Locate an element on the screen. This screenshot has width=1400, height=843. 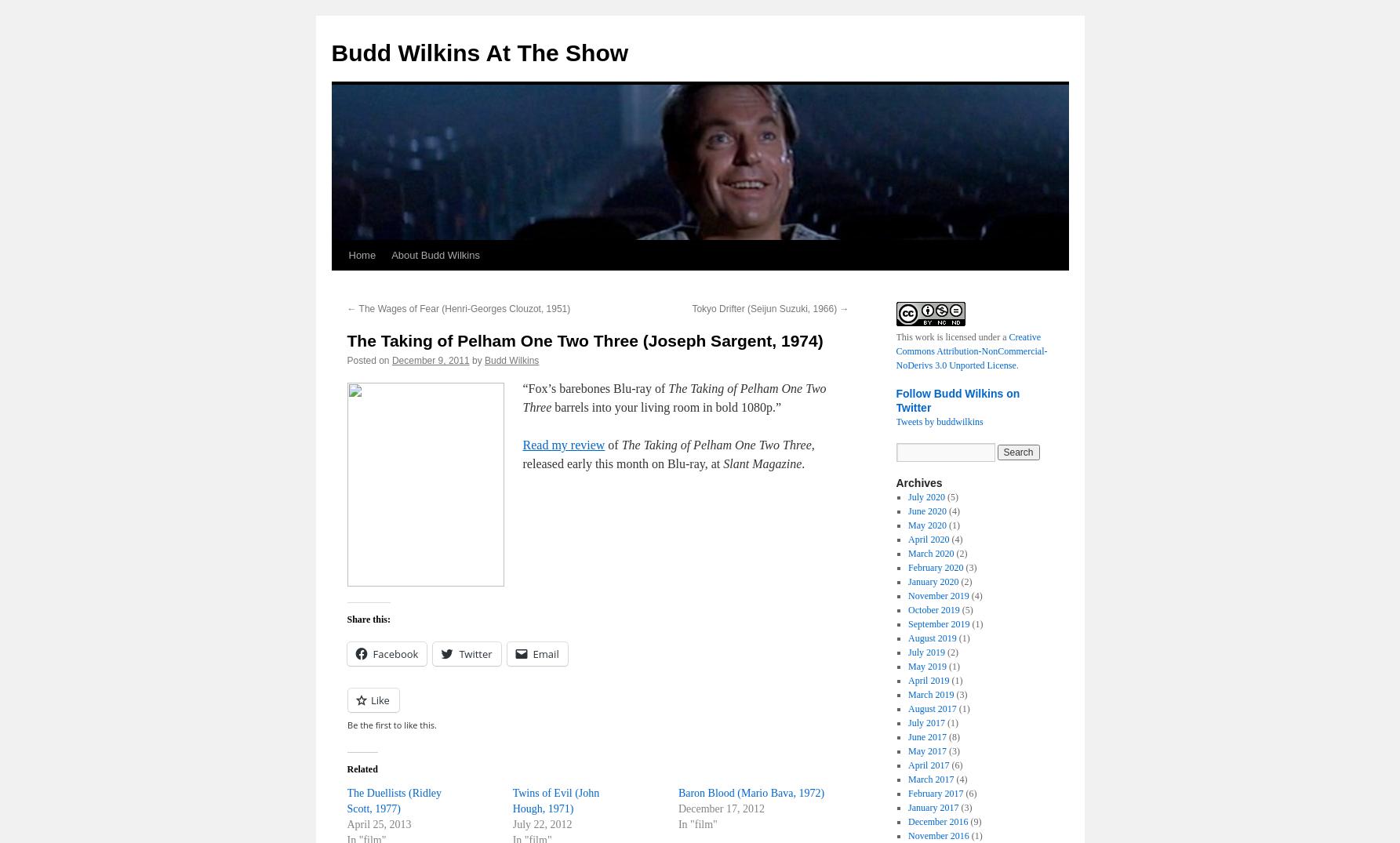
'December 2016' is located at coordinates (936, 822).